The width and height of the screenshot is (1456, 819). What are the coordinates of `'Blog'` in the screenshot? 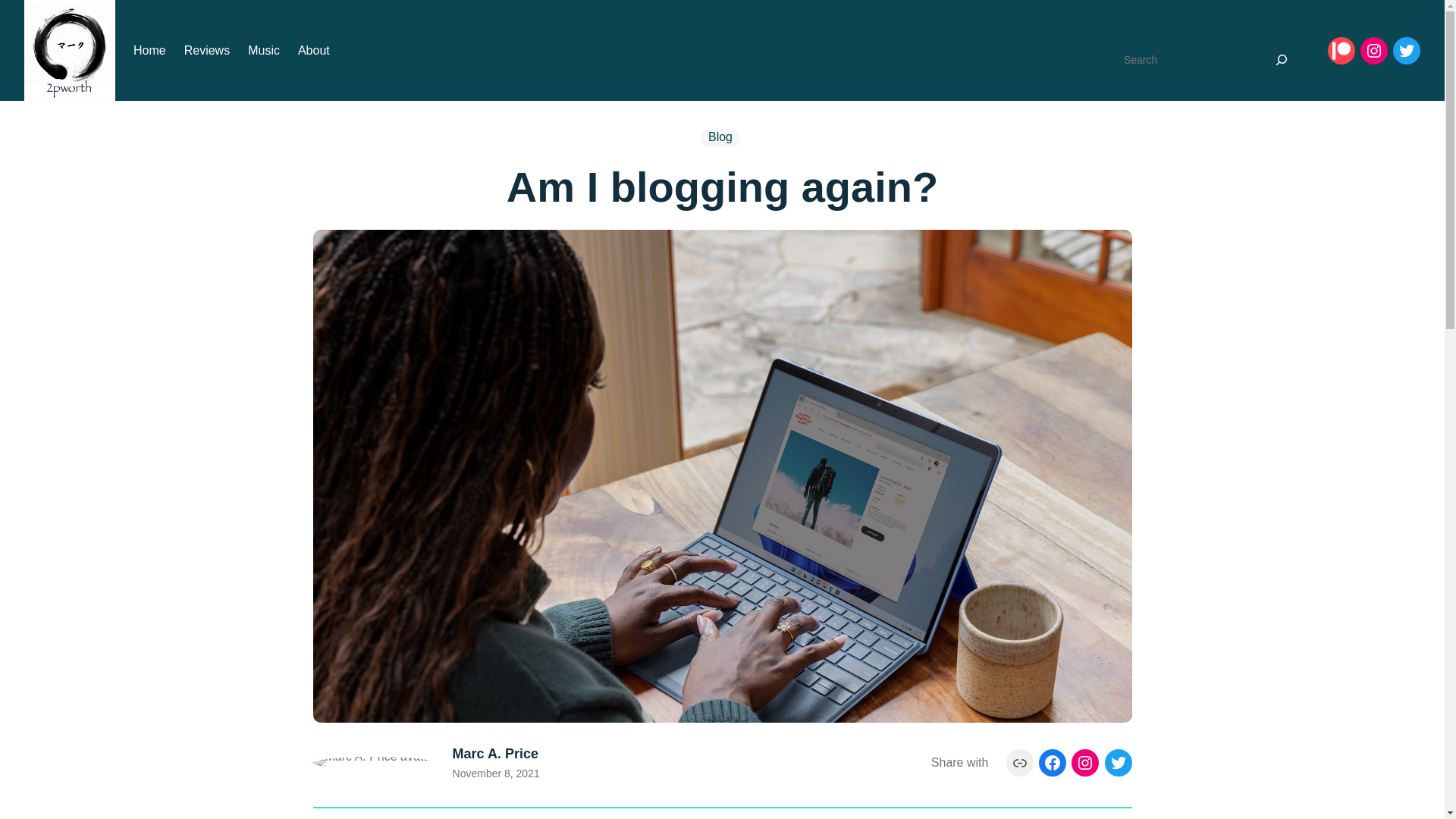 It's located at (720, 137).